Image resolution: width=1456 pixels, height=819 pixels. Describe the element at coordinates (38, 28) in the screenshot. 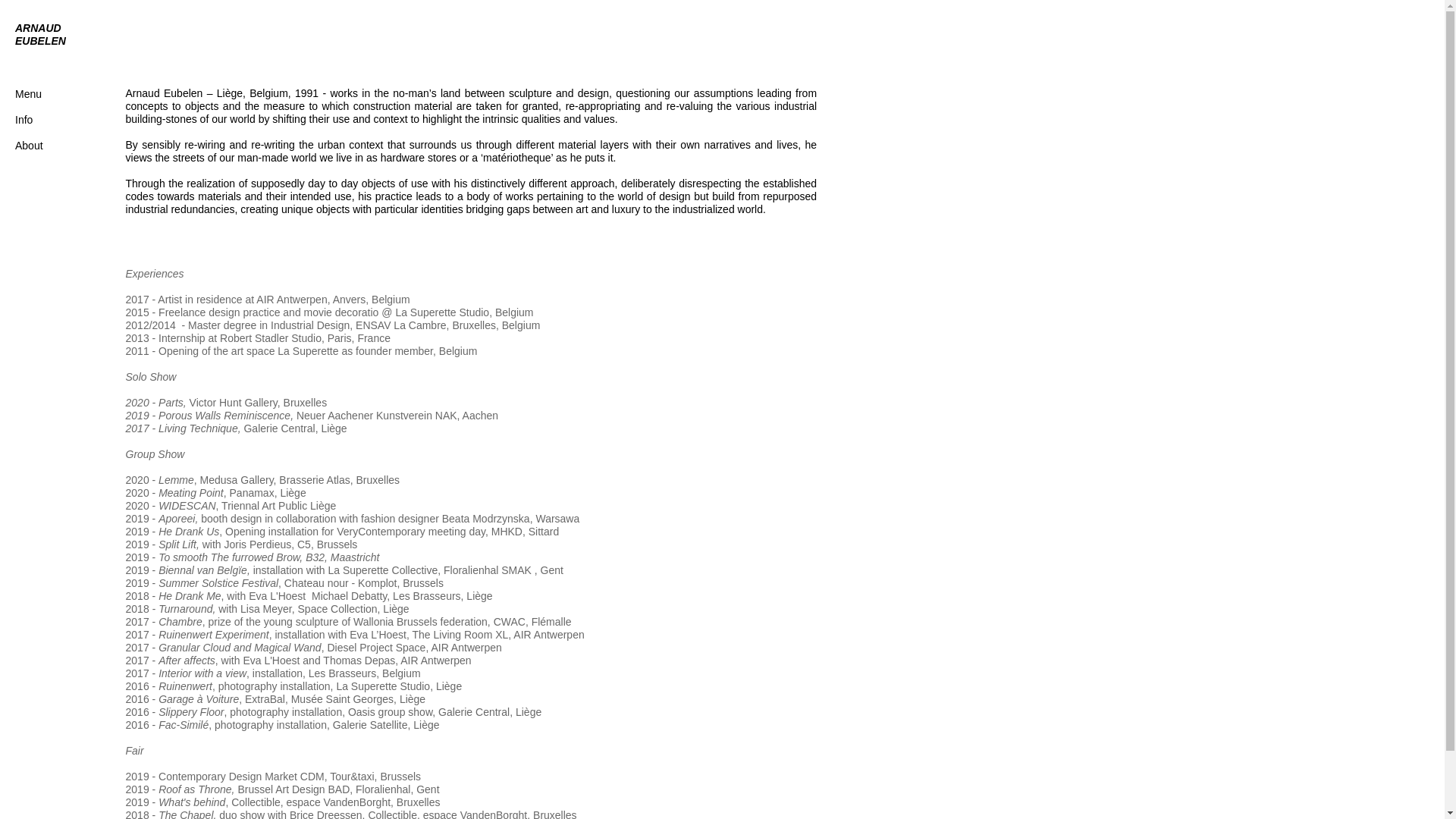

I see `'ARNAUD'` at that location.